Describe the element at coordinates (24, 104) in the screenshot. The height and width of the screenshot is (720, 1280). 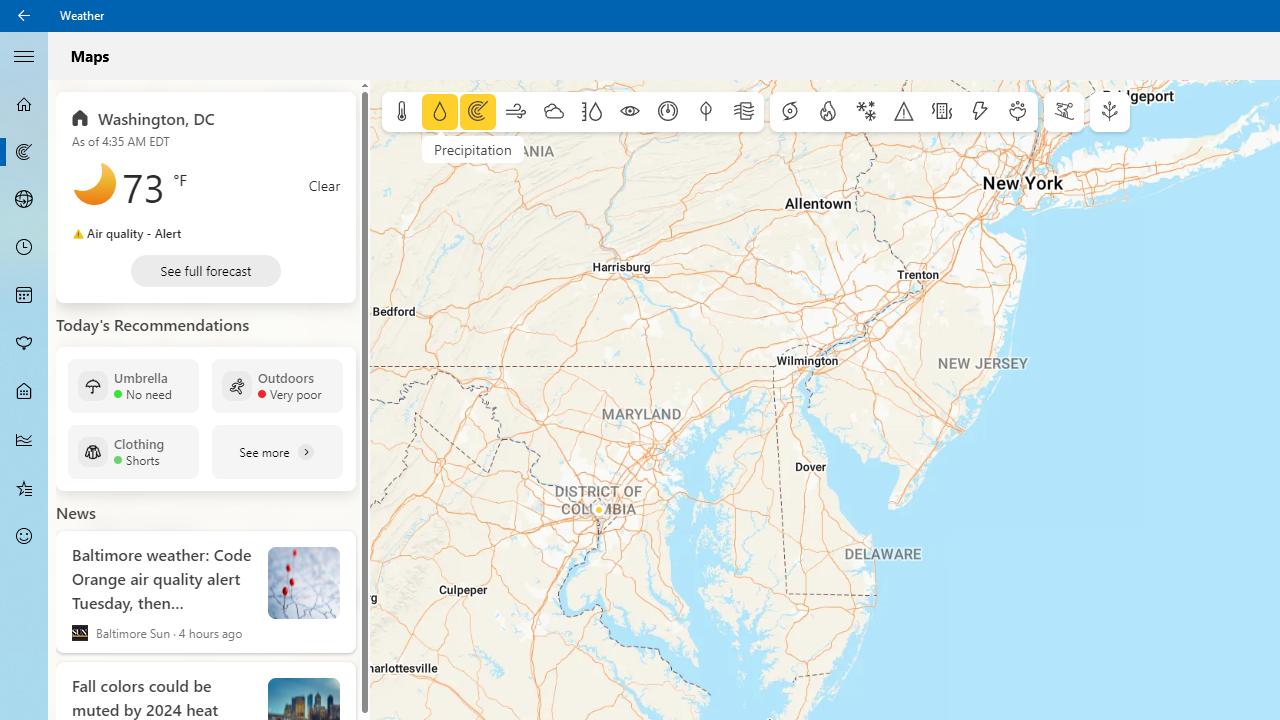
I see `'Forecast - Not Selected'` at that location.